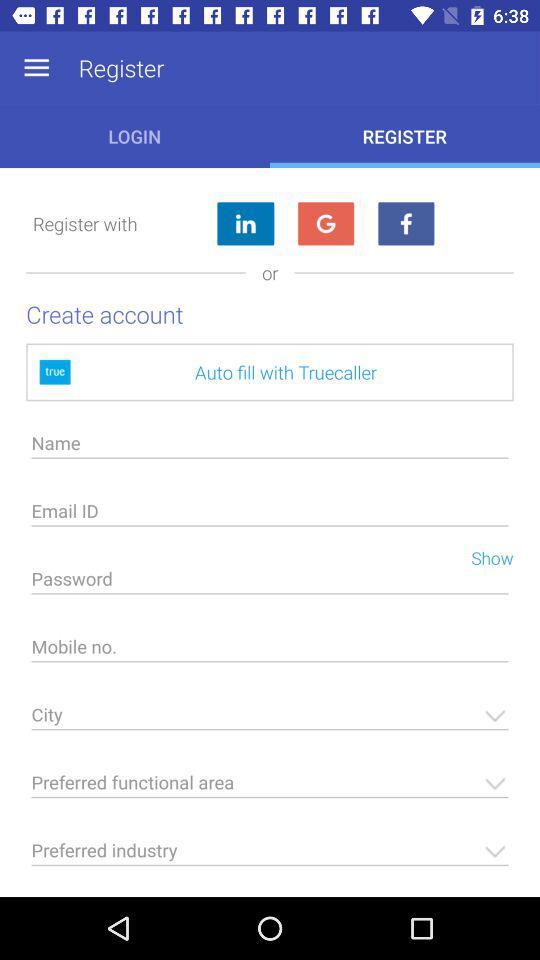 The height and width of the screenshot is (960, 540). I want to click on register with a google account, so click(325, 224).